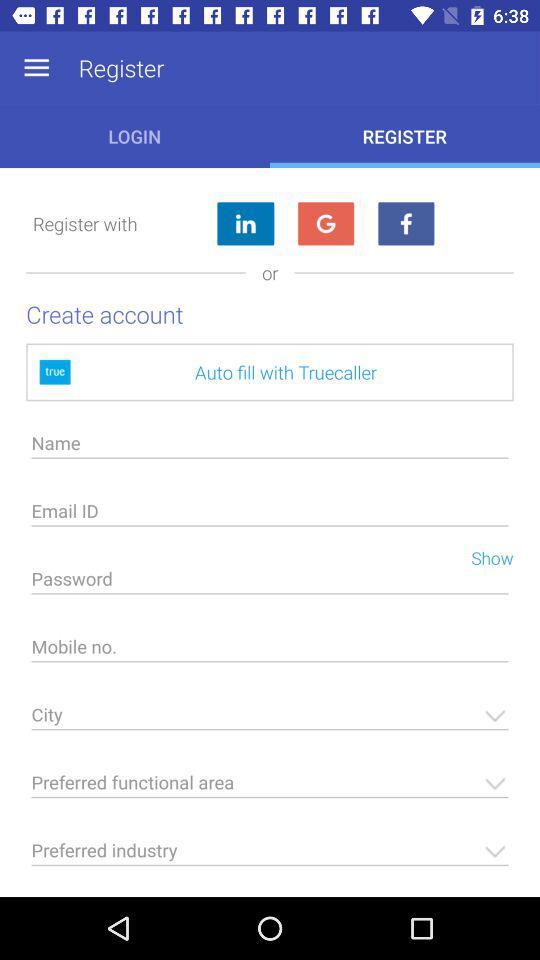 The height and width of the screenshot is (960, 540). I want to click on register with a google account, so click(325, 224).